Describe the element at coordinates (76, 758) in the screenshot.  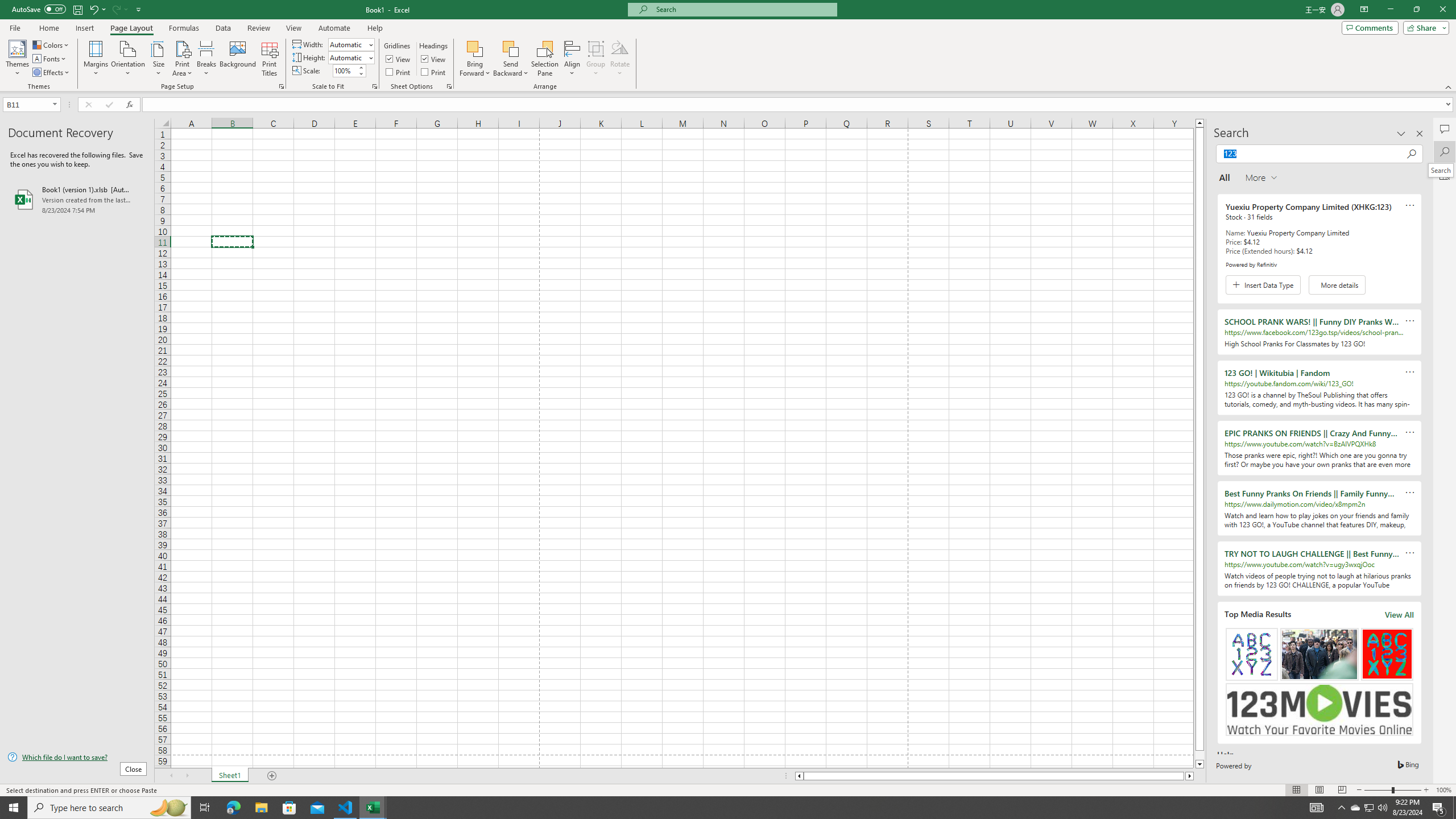
I see `'Which file do I want to save?'` at that location.